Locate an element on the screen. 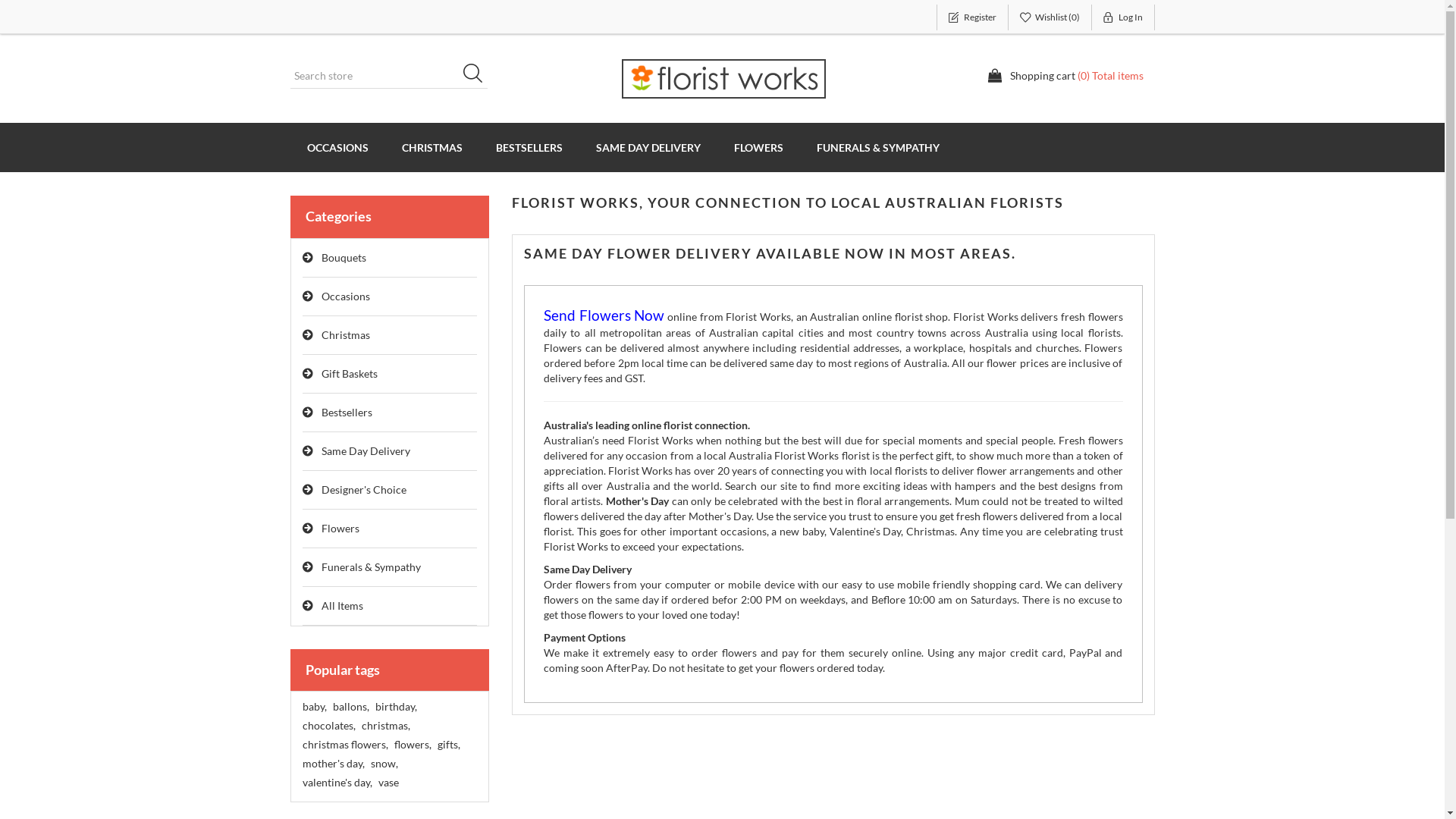  'BESTSELLERS' is located at coordinates (479, 147).